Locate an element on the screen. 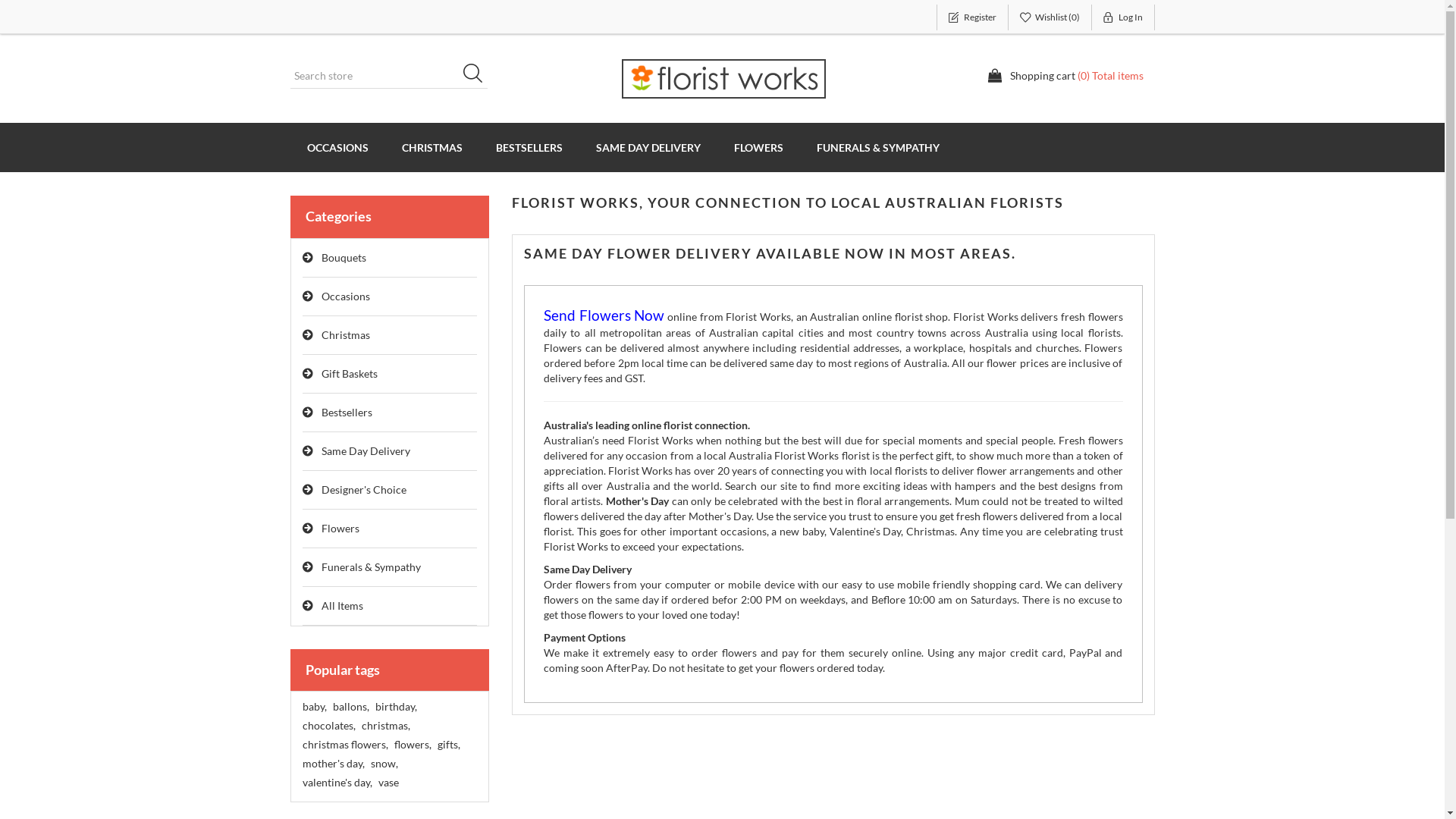  'BESTSELLERS' is located at coordinates (479, 147).